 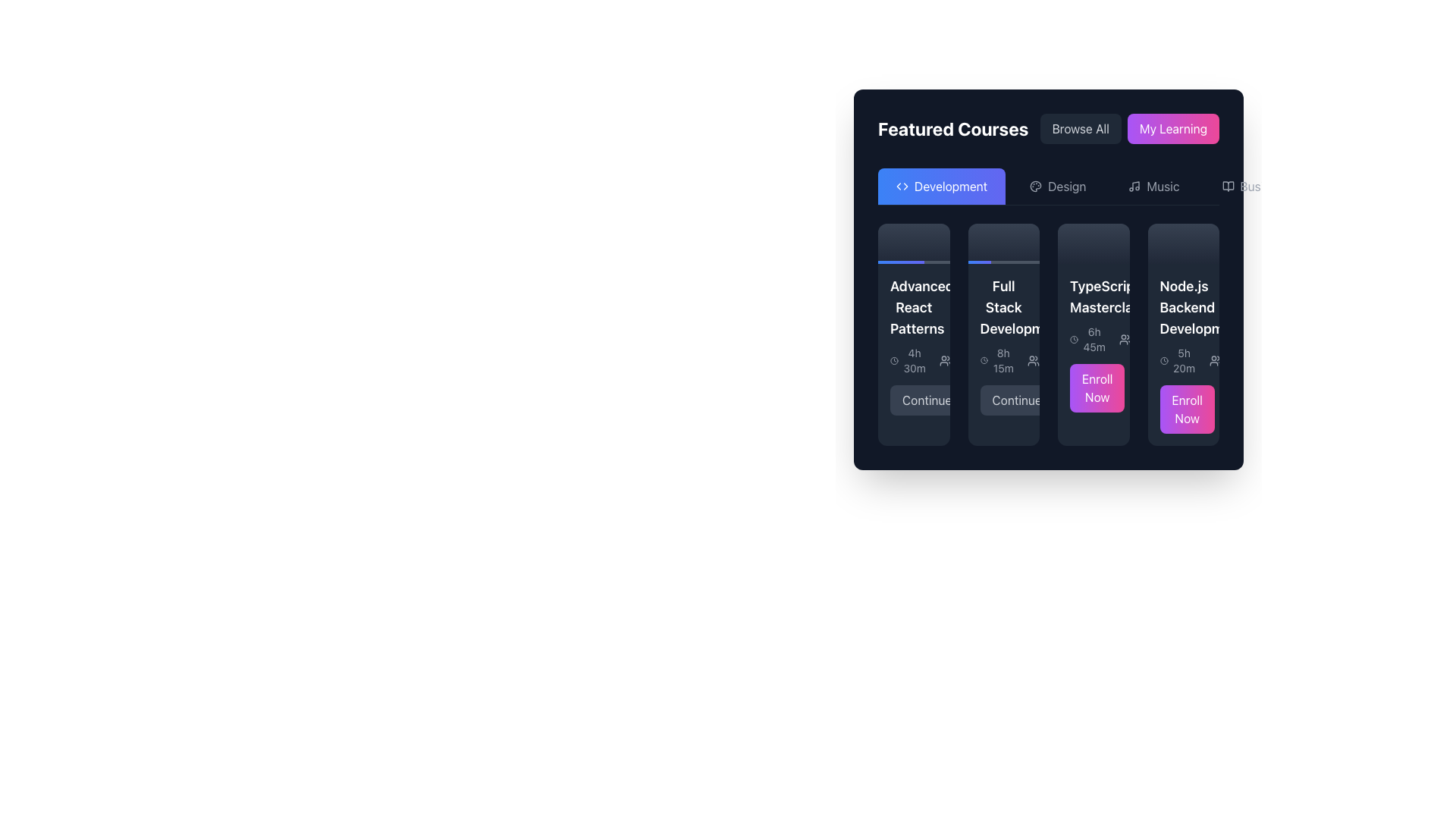 What do you see at coordinates (1003, 243) in the screenshot?
I see `the interactive multimedia placeholder or video thumbnail located at the top of the 'Full Stack Development' card in the 'Featured Courses' section` at bounding box center [1003, 243].